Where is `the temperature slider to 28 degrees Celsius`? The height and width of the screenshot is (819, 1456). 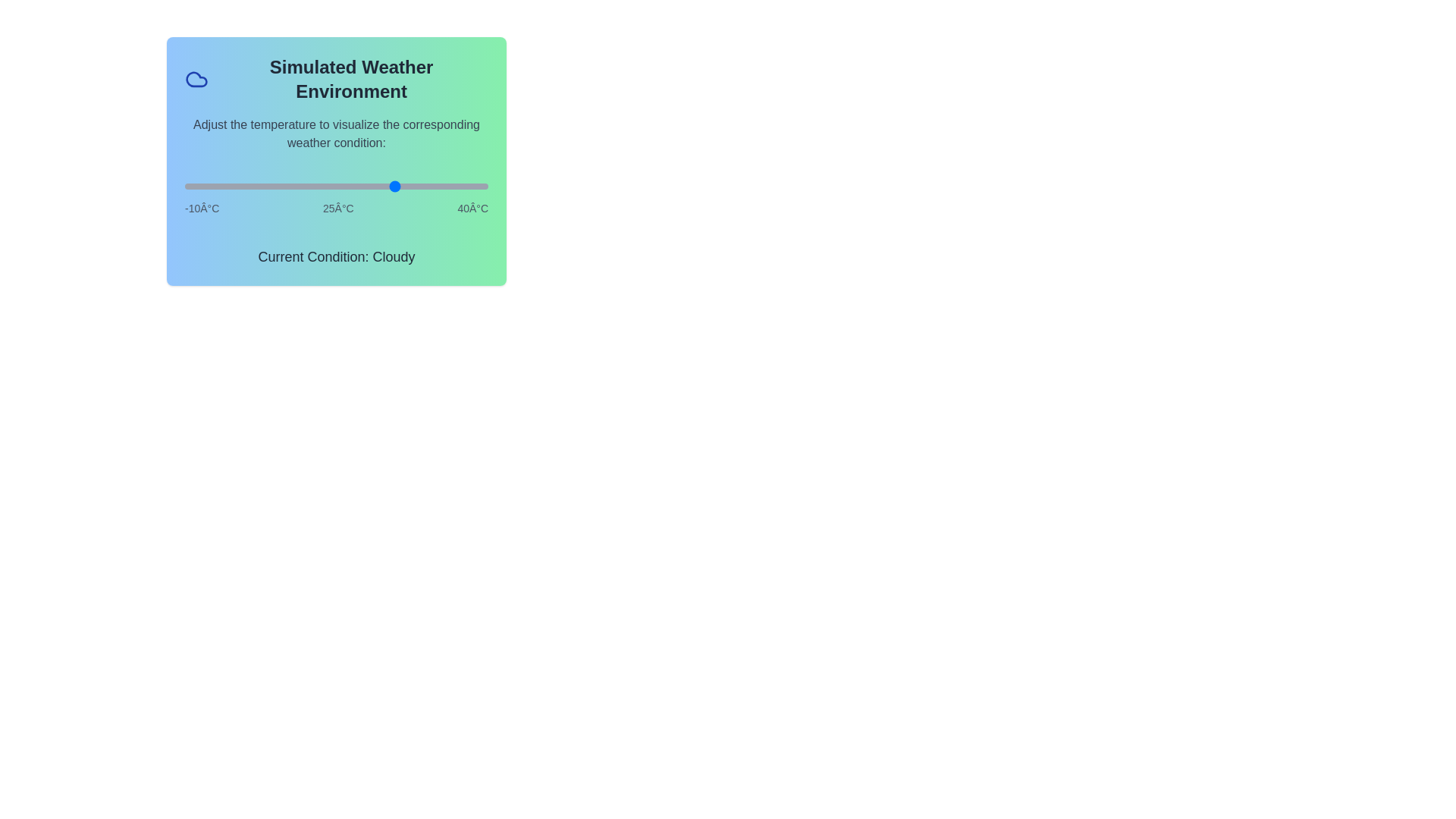
the temperature slider to 28 degrees Celsius is located at coordinates (415, 186).